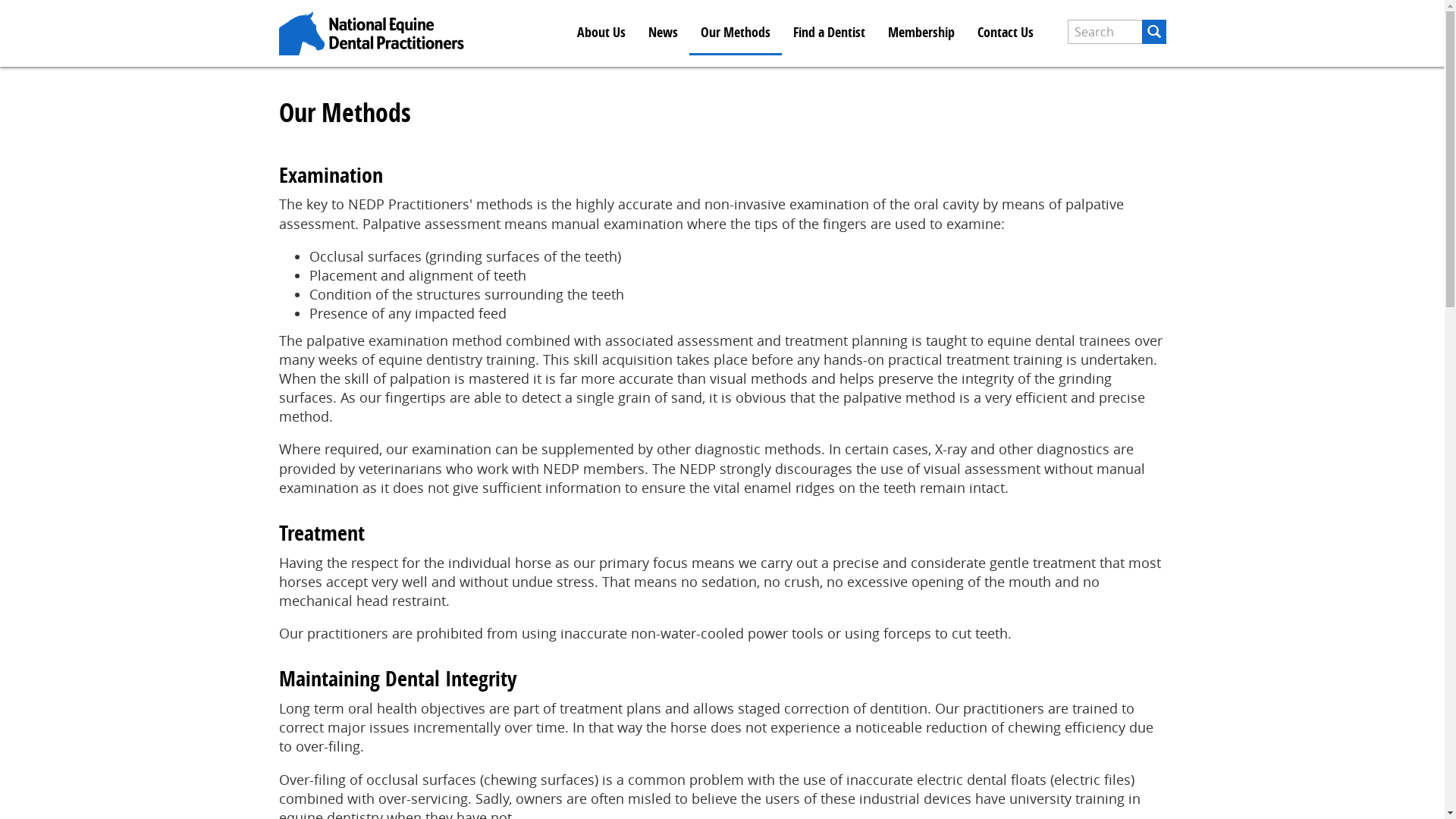 This screenshot has height=819, width=1456. What do you see at coordinates (687, 33) in the screenshot?
I see `'Our Methods'` at bounding box center [687, 33].